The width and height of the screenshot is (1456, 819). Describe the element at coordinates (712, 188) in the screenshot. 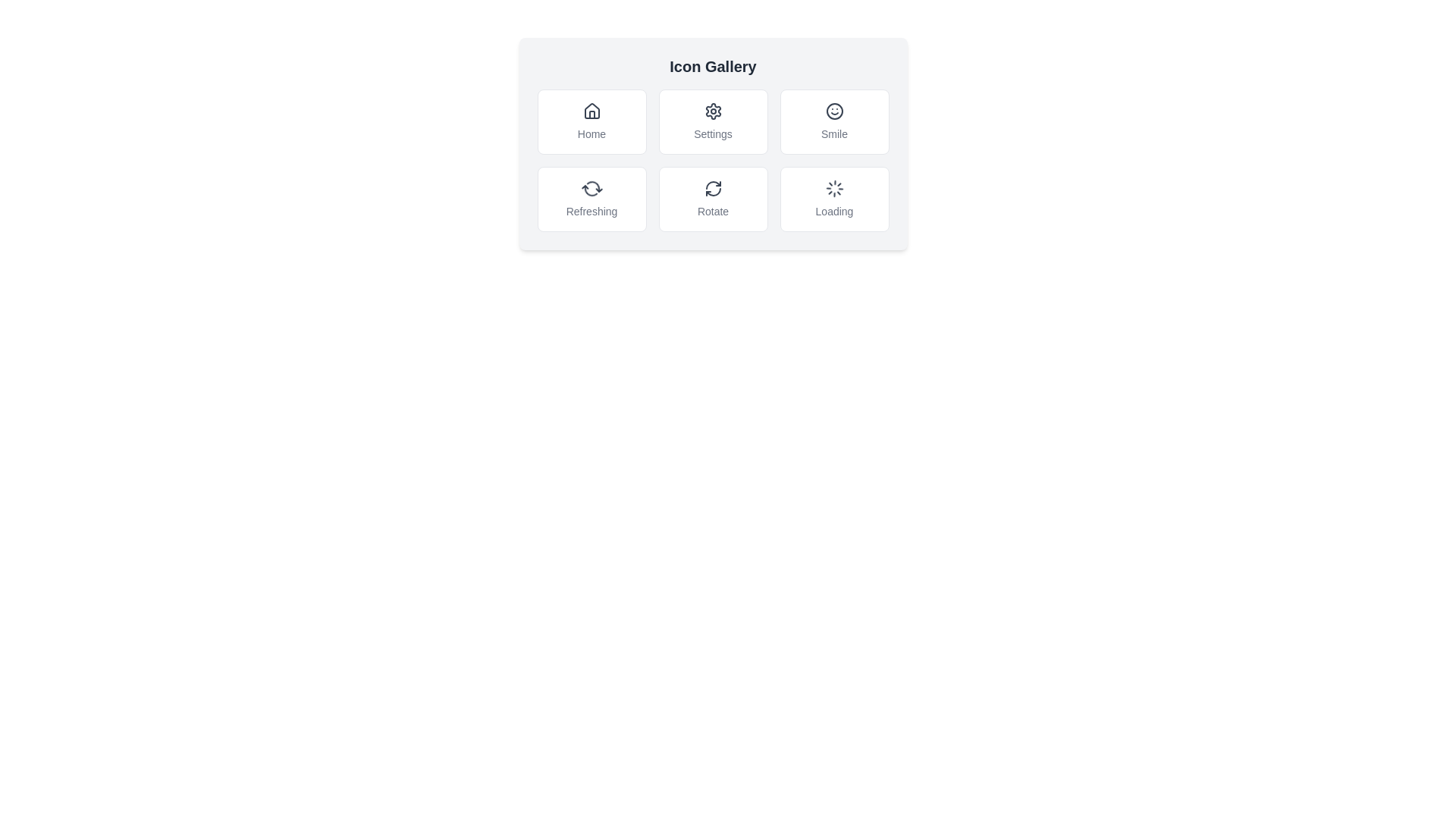

I see `the circular icon depicting a clockwise rotation arrow located above the text 'Rotate'` at that location.